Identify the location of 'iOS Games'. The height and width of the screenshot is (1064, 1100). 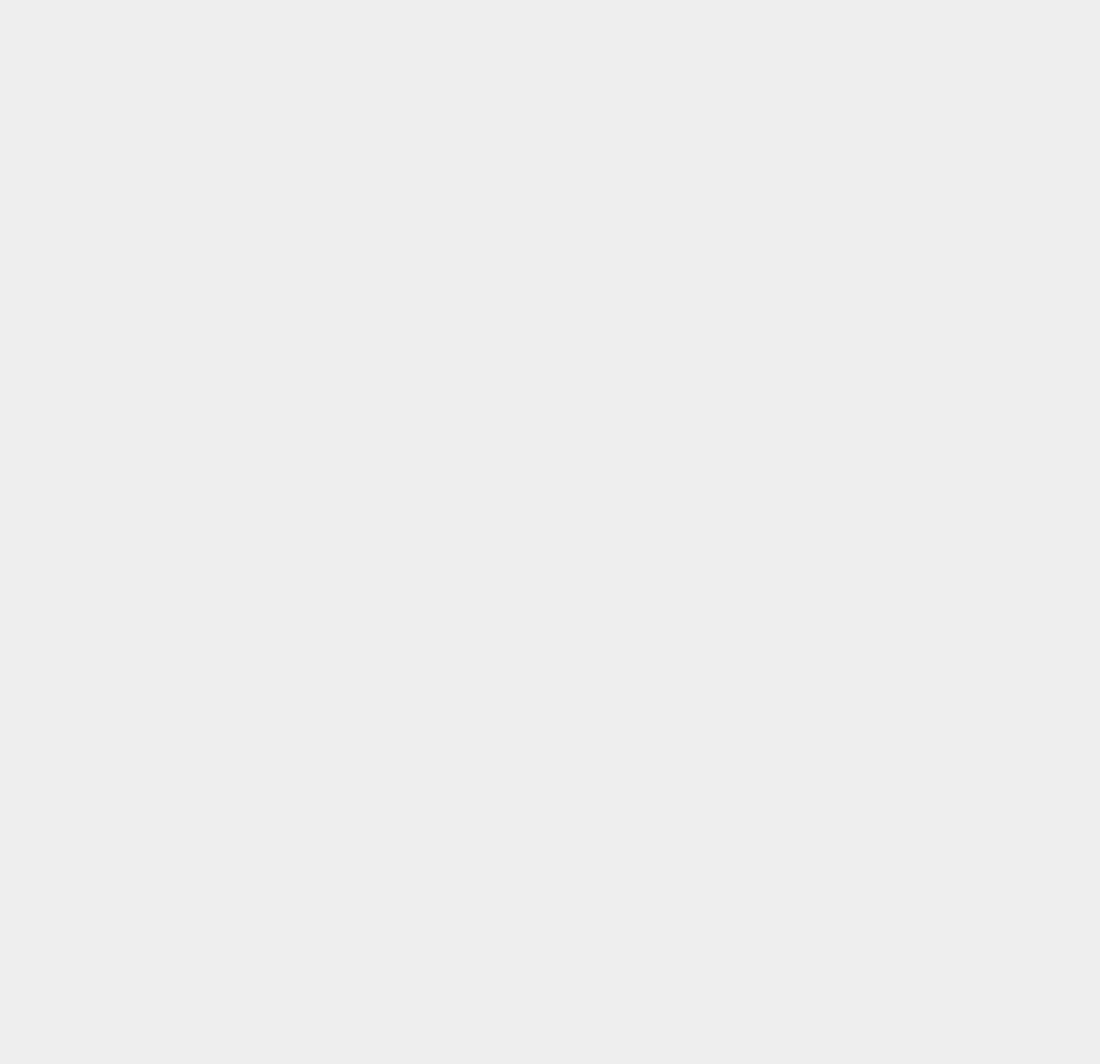
(812, 619).